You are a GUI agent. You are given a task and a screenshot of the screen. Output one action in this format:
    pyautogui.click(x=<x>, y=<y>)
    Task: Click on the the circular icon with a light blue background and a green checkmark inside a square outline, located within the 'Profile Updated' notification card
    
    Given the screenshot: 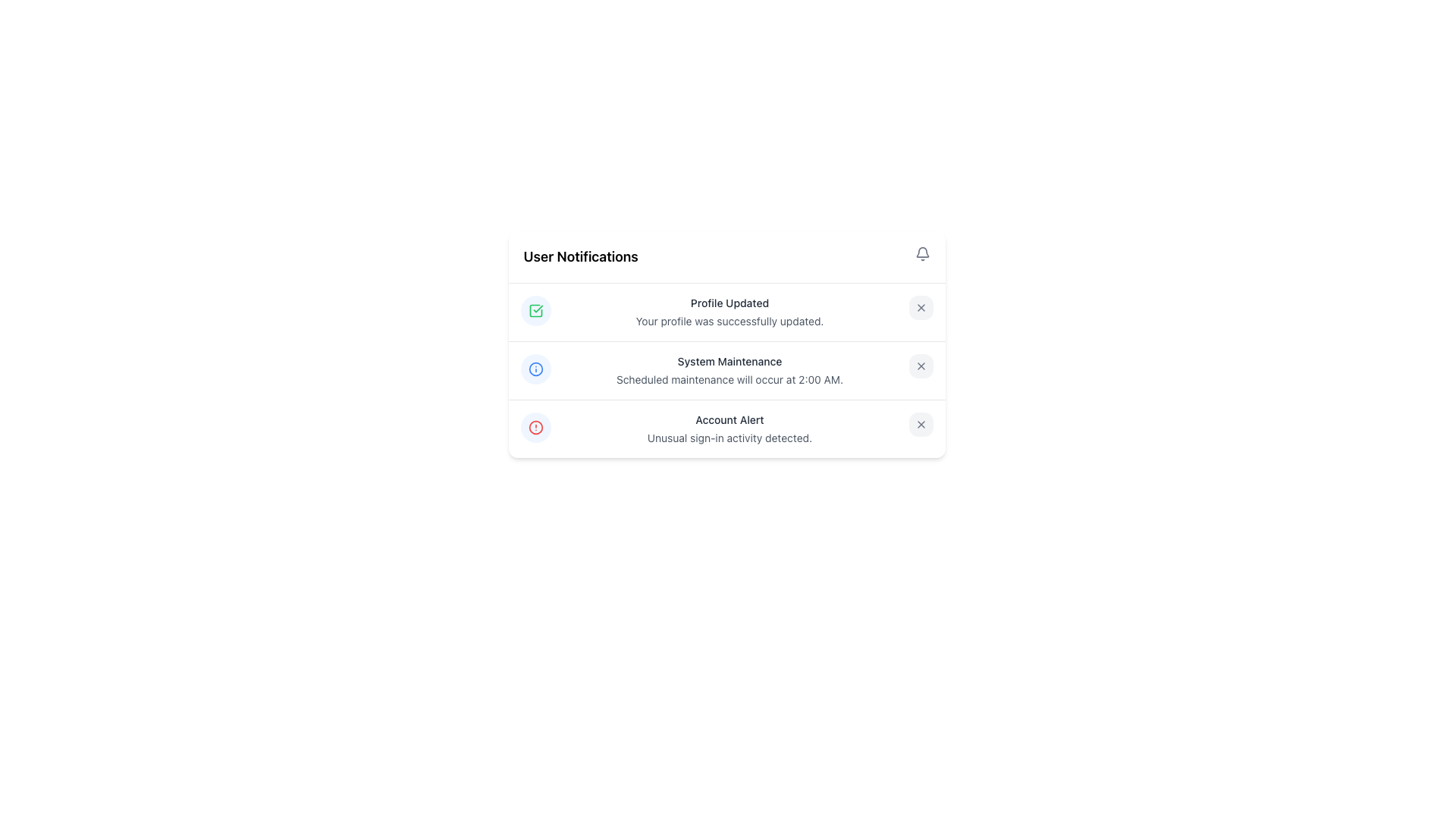 What is the action you would take?
    pyautogui.click(x=535, y=309)
    